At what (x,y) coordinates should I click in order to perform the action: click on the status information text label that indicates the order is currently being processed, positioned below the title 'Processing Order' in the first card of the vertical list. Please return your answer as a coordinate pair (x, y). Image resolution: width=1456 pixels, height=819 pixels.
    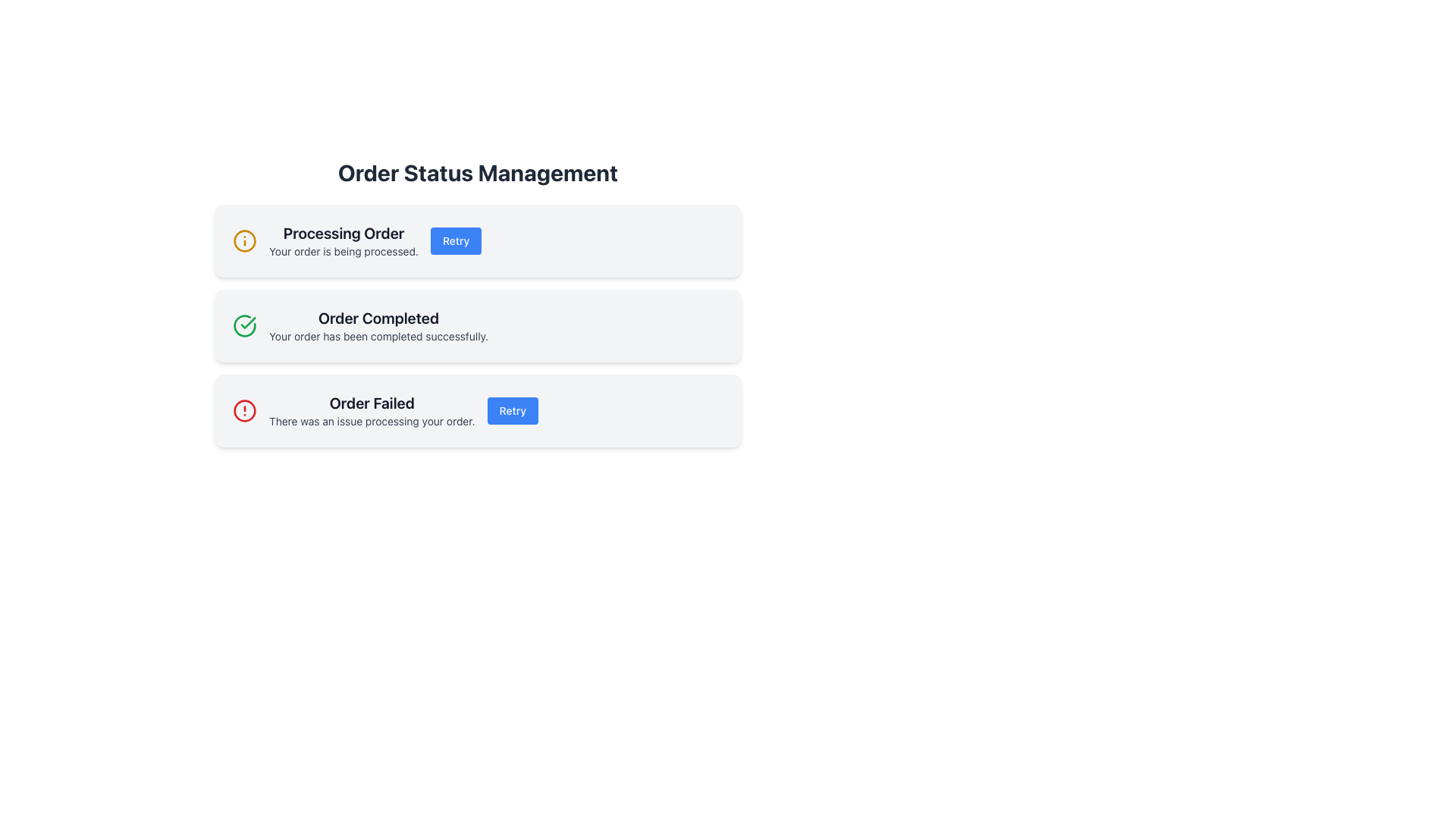
    Looking at the image, I should click on (343, 250).